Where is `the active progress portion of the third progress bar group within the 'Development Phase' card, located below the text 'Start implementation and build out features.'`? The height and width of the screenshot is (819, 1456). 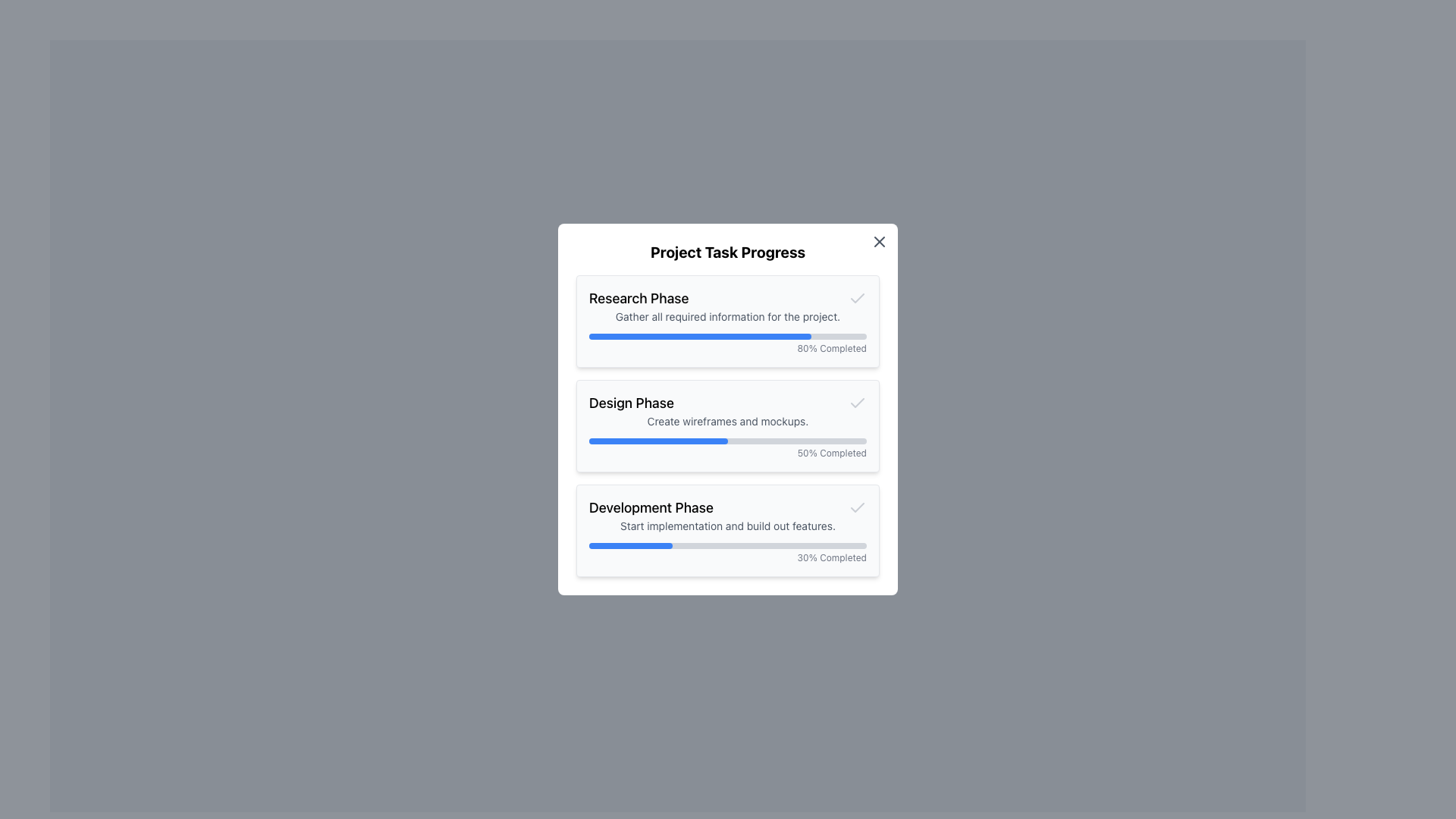 the active progress portion of the third progress bar group within the 'Development Phase' card, located below the text 'Start implementation and build out features.' is located at coordinates (630, 546).